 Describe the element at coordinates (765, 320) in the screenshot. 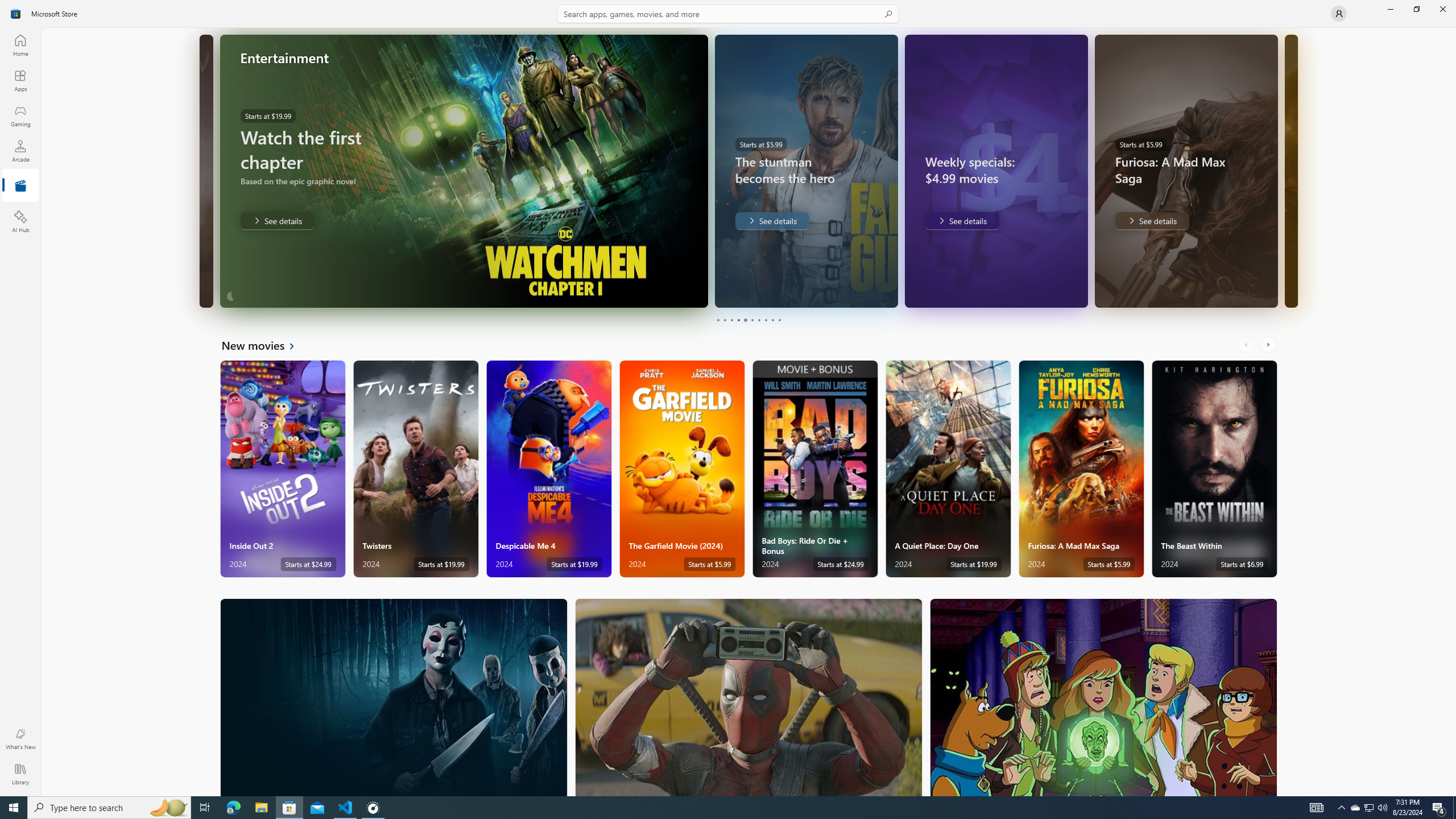

I see `'Page 8'` at that location.